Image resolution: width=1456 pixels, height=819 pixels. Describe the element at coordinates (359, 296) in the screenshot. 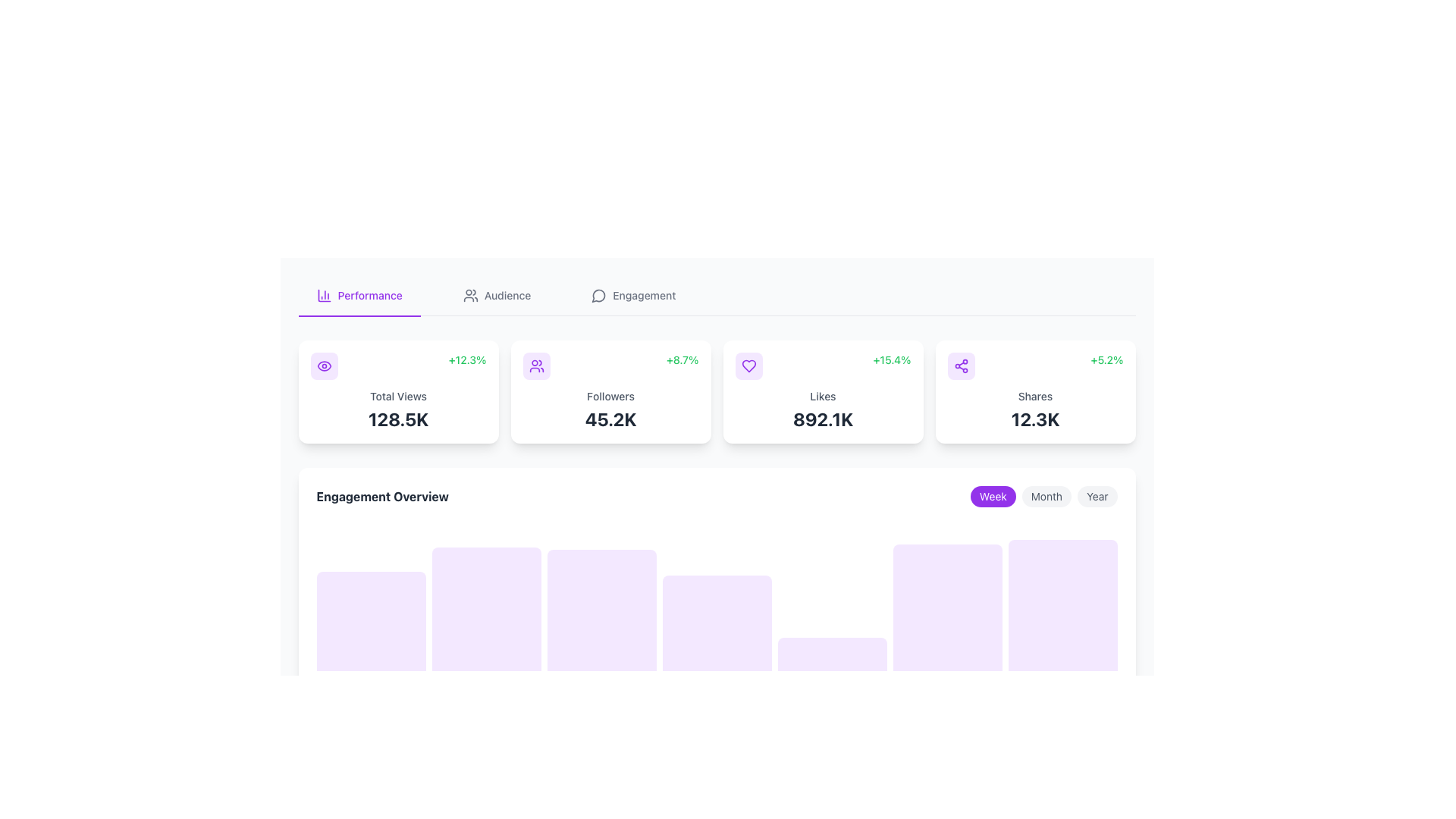

I see `the first navigation tab in the horizontal navigation bar` at that location.